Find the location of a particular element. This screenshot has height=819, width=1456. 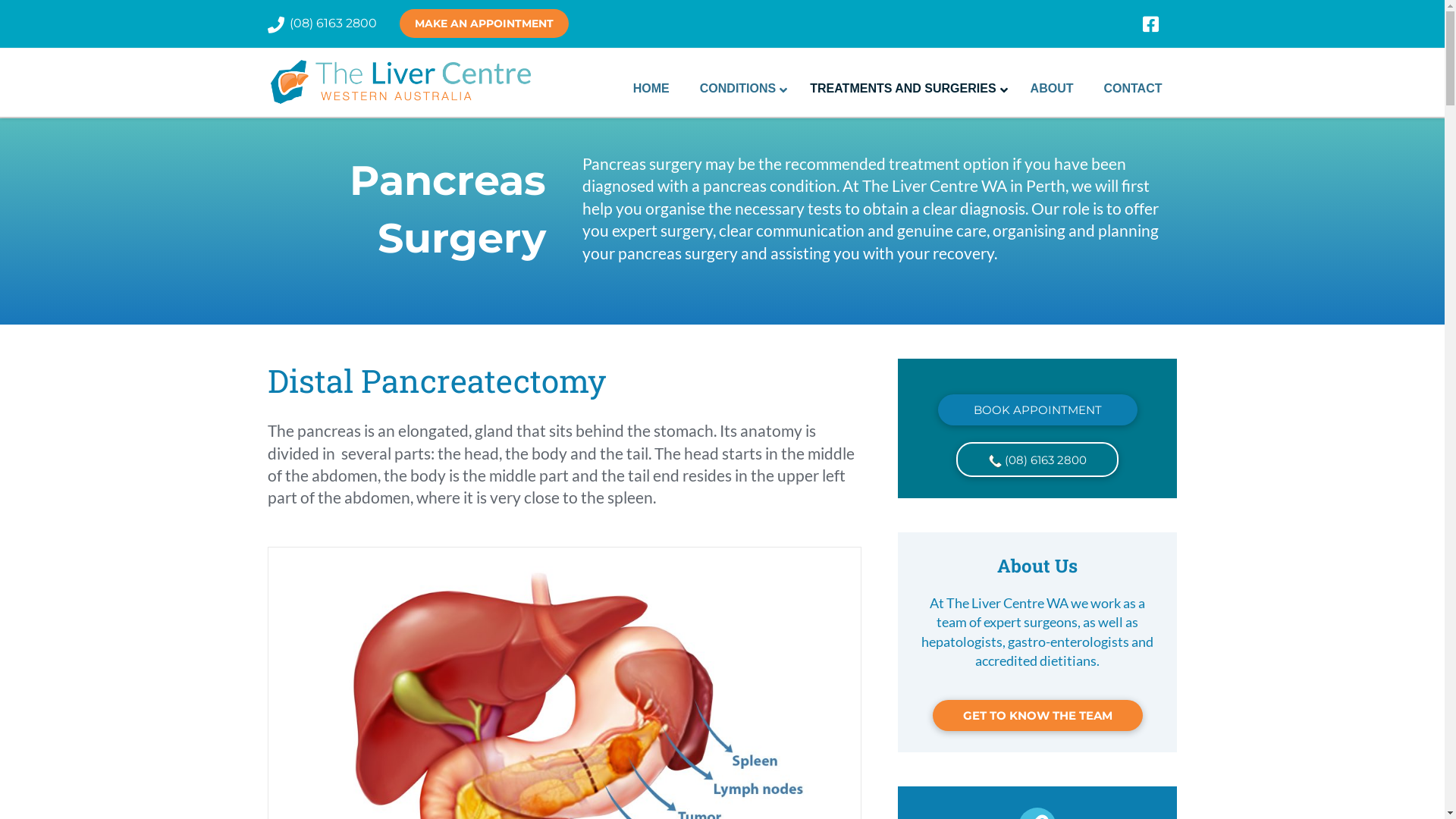

'(08) 6163 2800' is located at coordinates (1037, 458).